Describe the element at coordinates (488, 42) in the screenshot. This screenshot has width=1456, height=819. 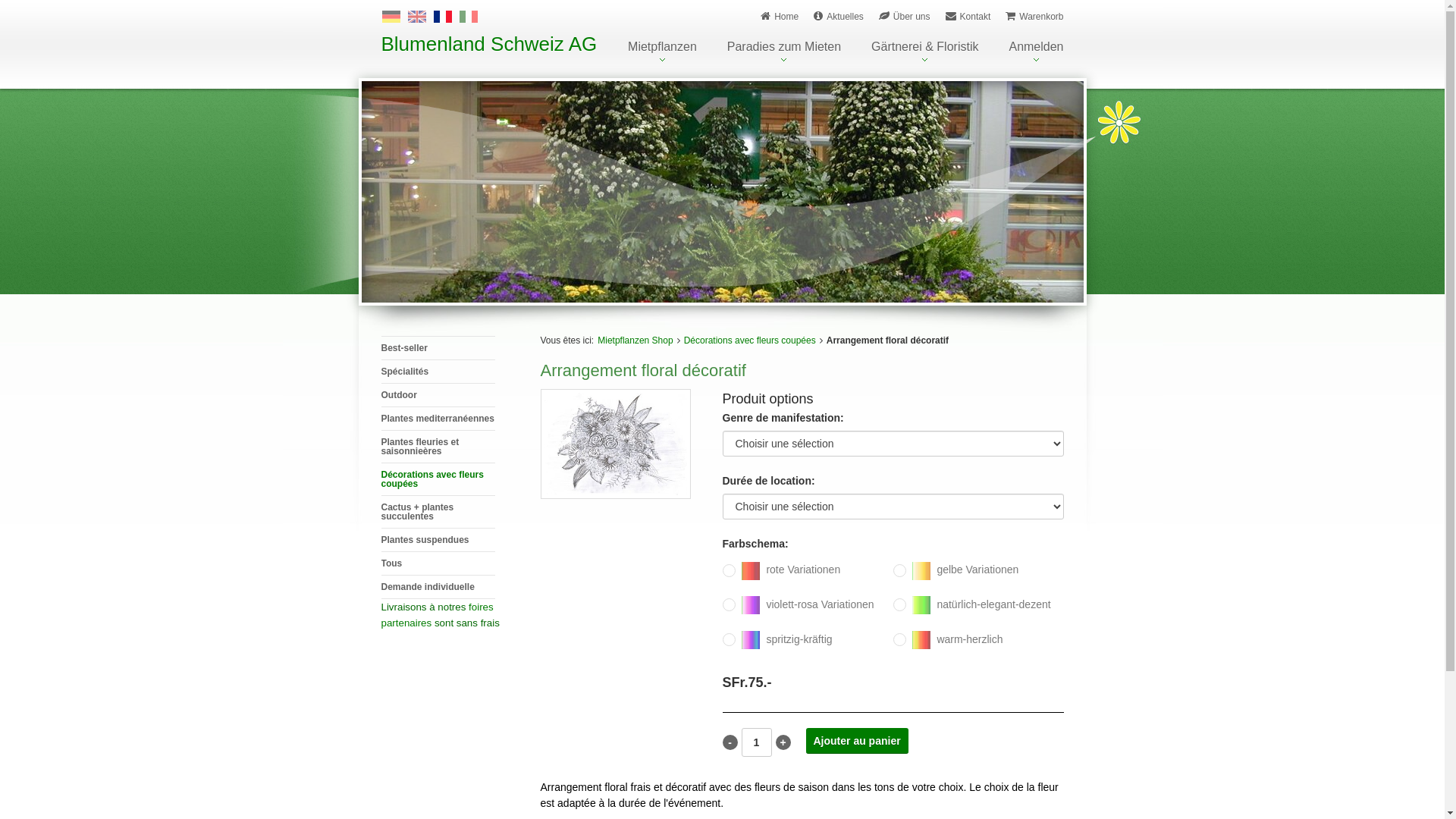
I see `'Blumenland Schweiz AG'` at that location.